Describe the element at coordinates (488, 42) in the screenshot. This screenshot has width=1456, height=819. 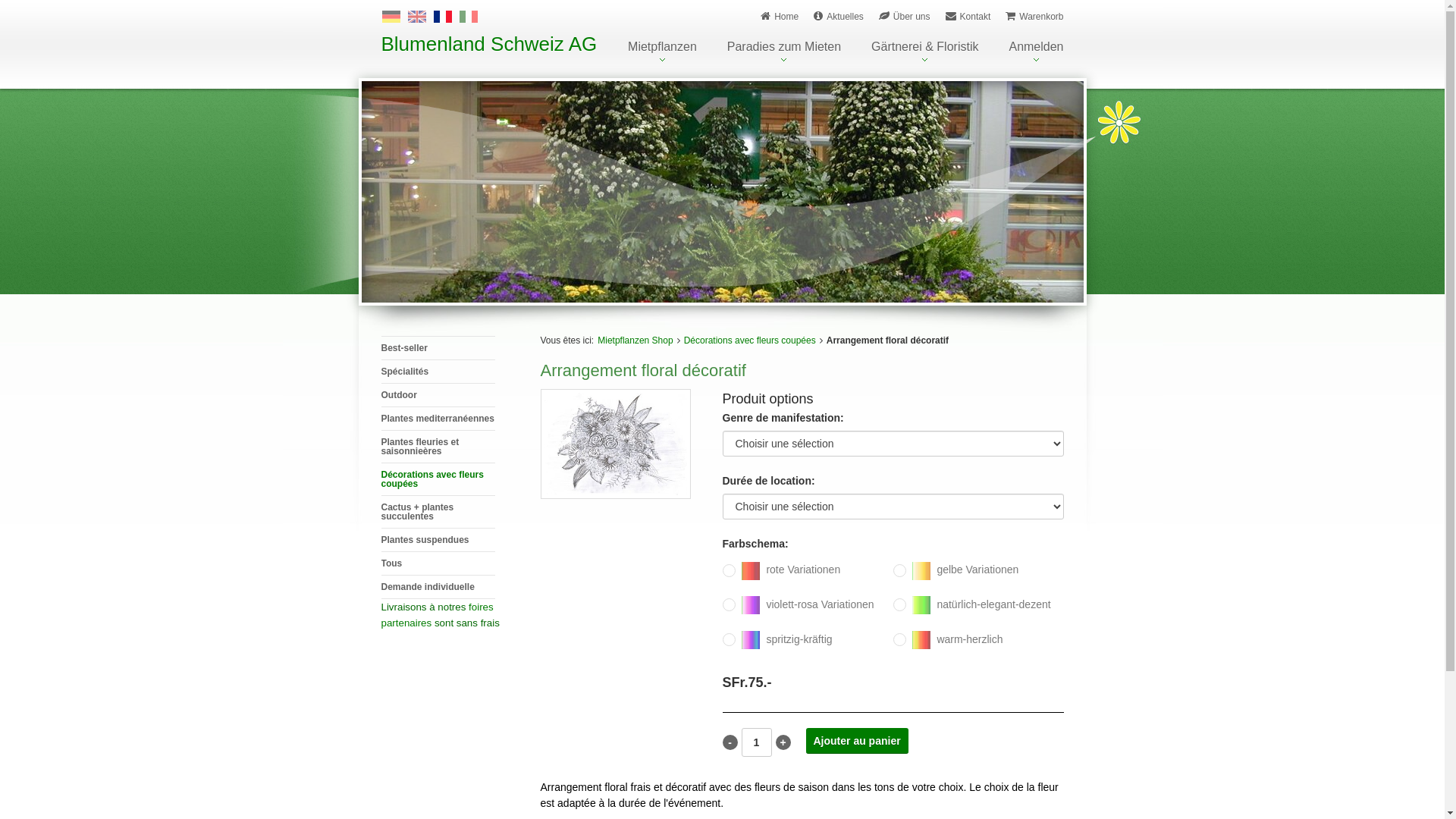
I see `'Blumenland Schweiz AG'` at that location.